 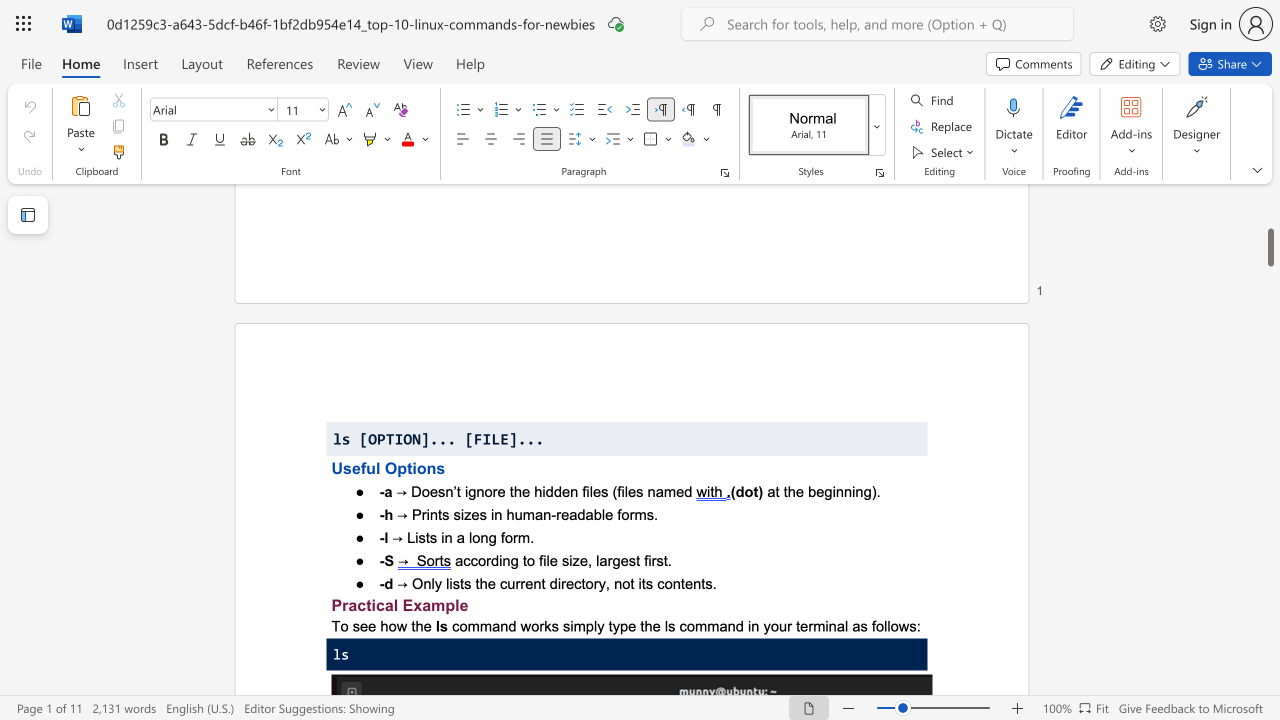 I want to click on the subset text "lists the current directory, not its conten" within the text "→ Only lists the current directory, not its contents.", so click(x=445, y=583).